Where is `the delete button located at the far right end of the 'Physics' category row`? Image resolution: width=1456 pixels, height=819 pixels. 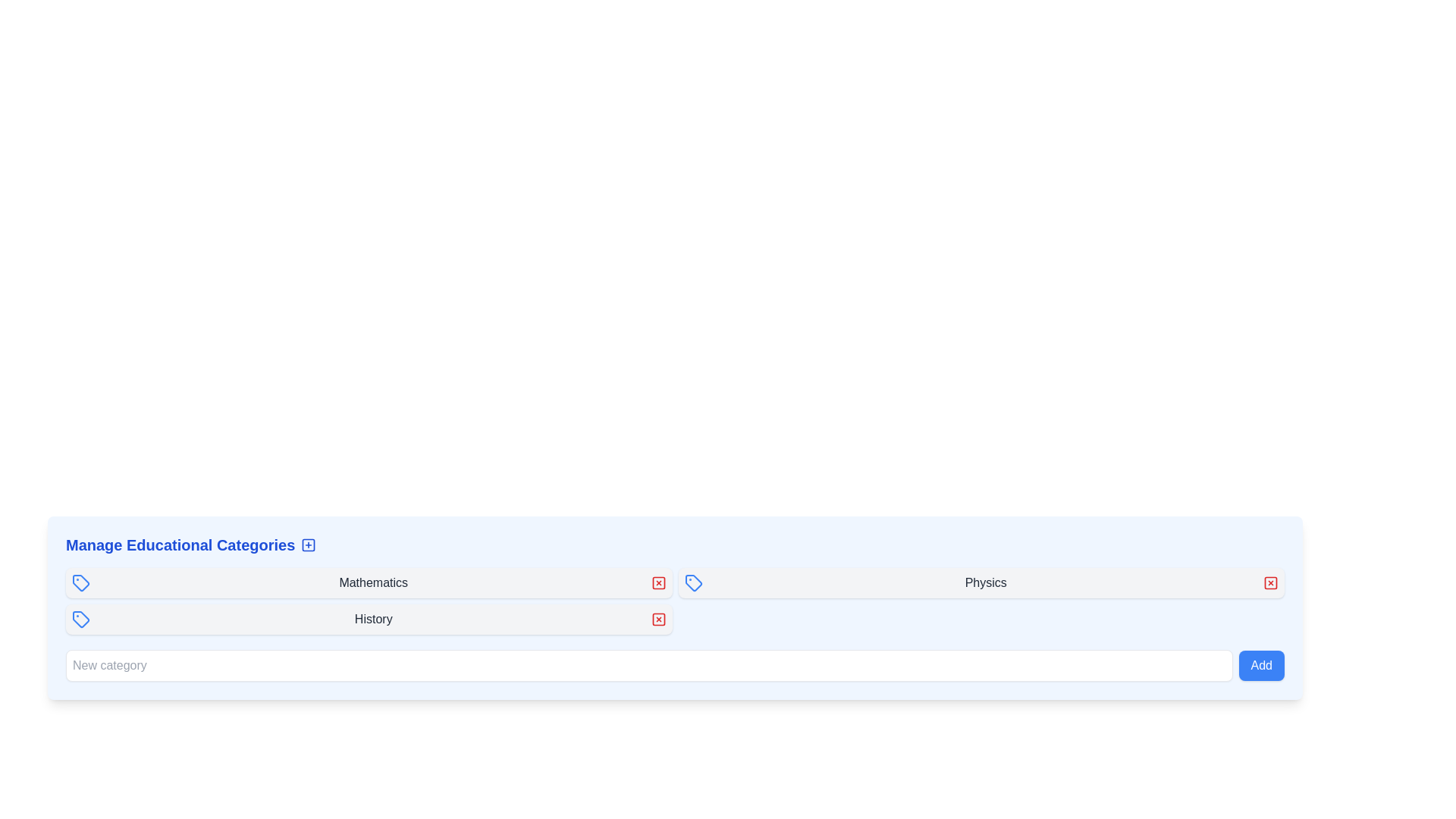
the delete button located at the far right end of the 'Physics' category row is located at coordinates (1270, 582).